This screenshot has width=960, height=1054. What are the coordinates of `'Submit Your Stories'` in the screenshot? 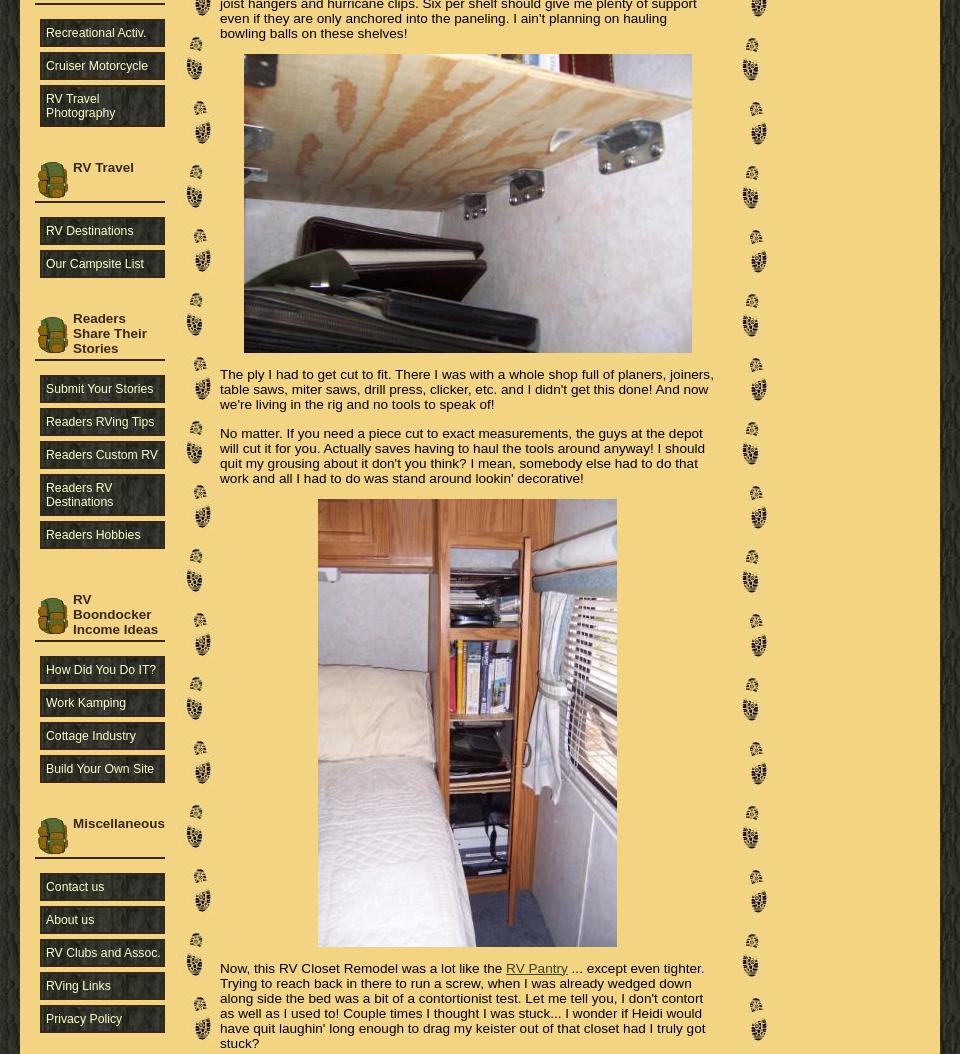 It's located at (99, 386).